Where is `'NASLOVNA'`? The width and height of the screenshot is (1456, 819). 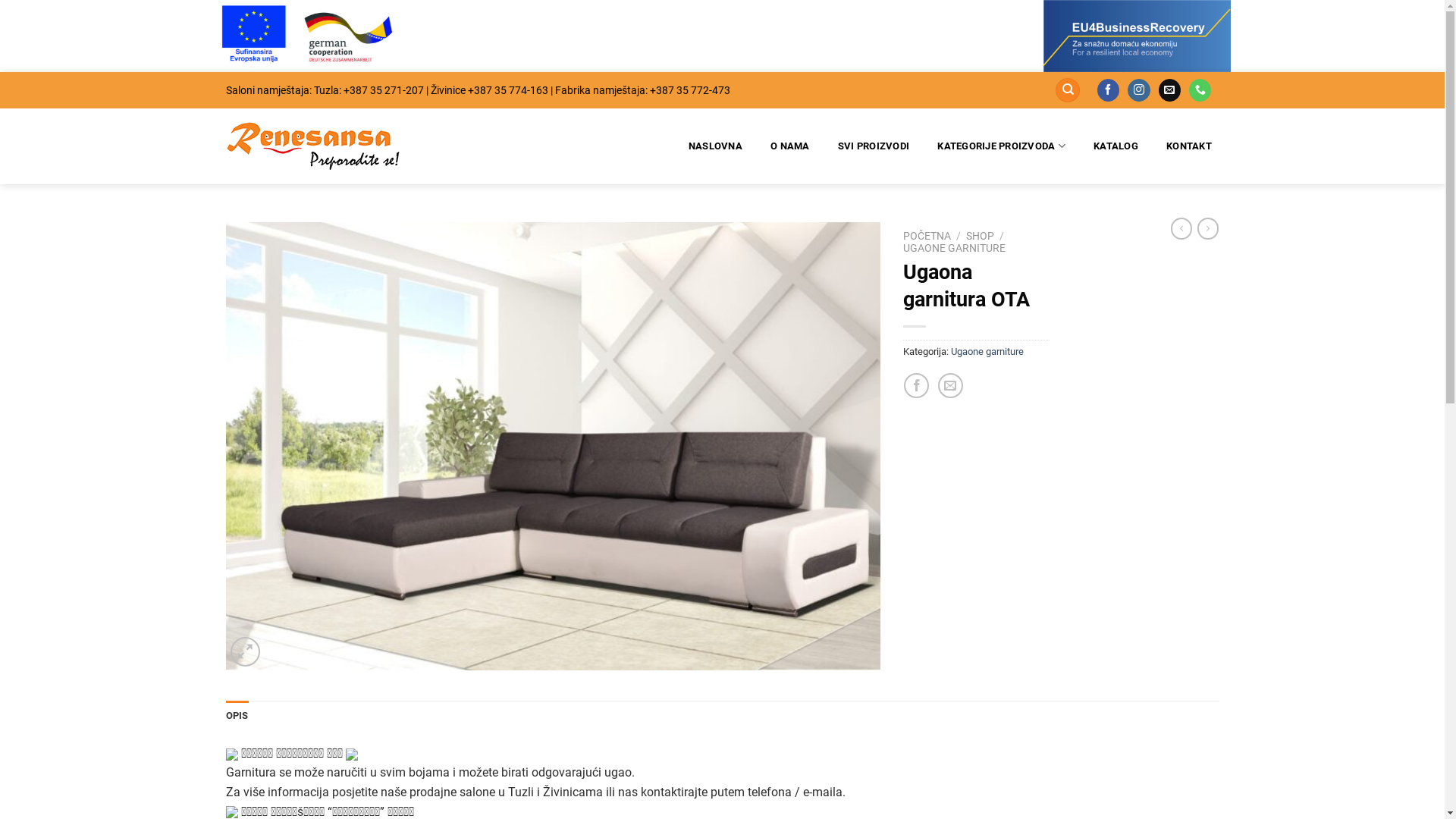
'NASLOVNA' is located at coordinates (714, 146).